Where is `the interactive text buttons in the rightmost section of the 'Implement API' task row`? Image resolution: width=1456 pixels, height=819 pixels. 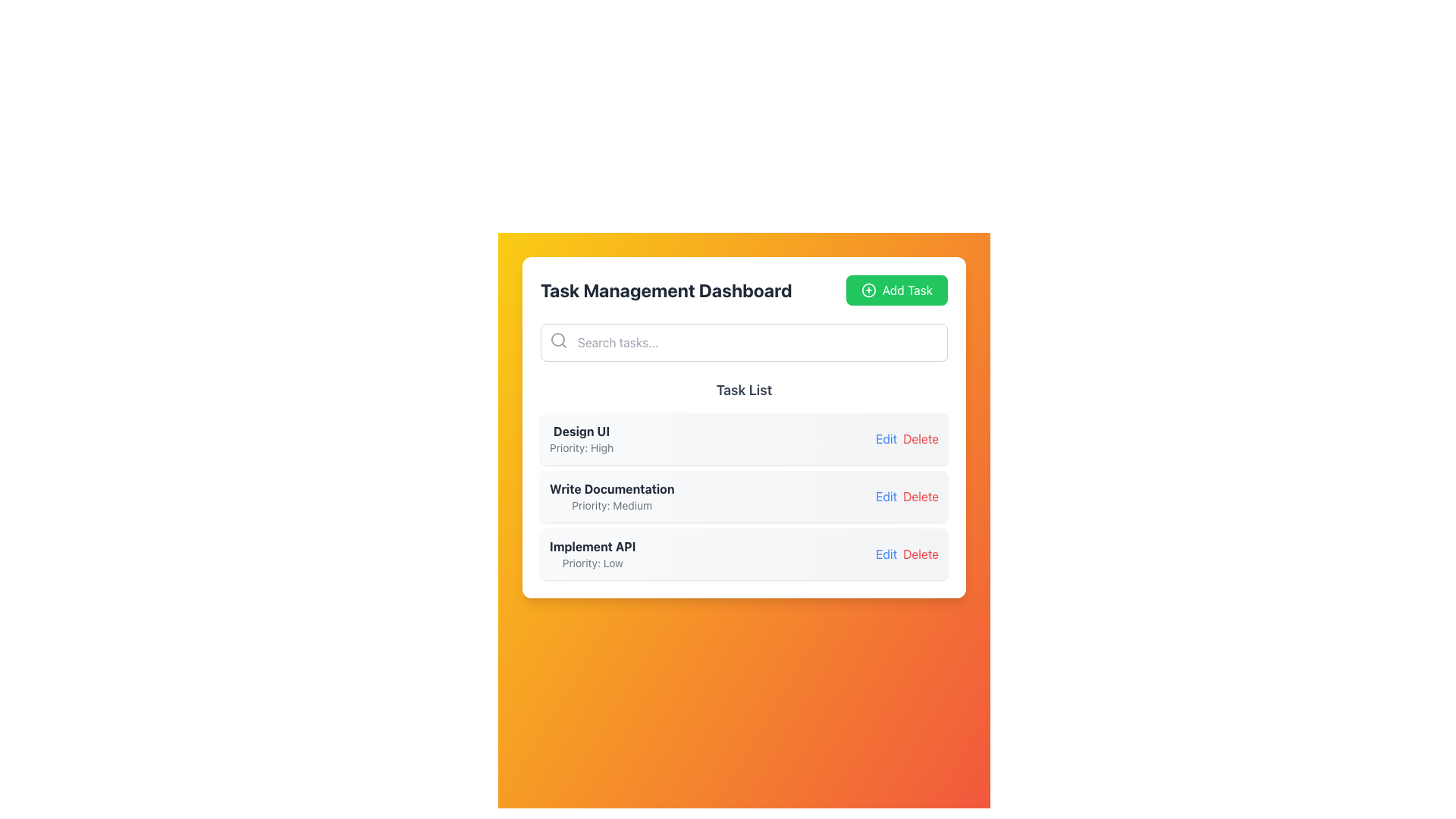
the interactive text buttons in the rightmost section of the 'Implement API' task row is located at coordinates (904, 554).